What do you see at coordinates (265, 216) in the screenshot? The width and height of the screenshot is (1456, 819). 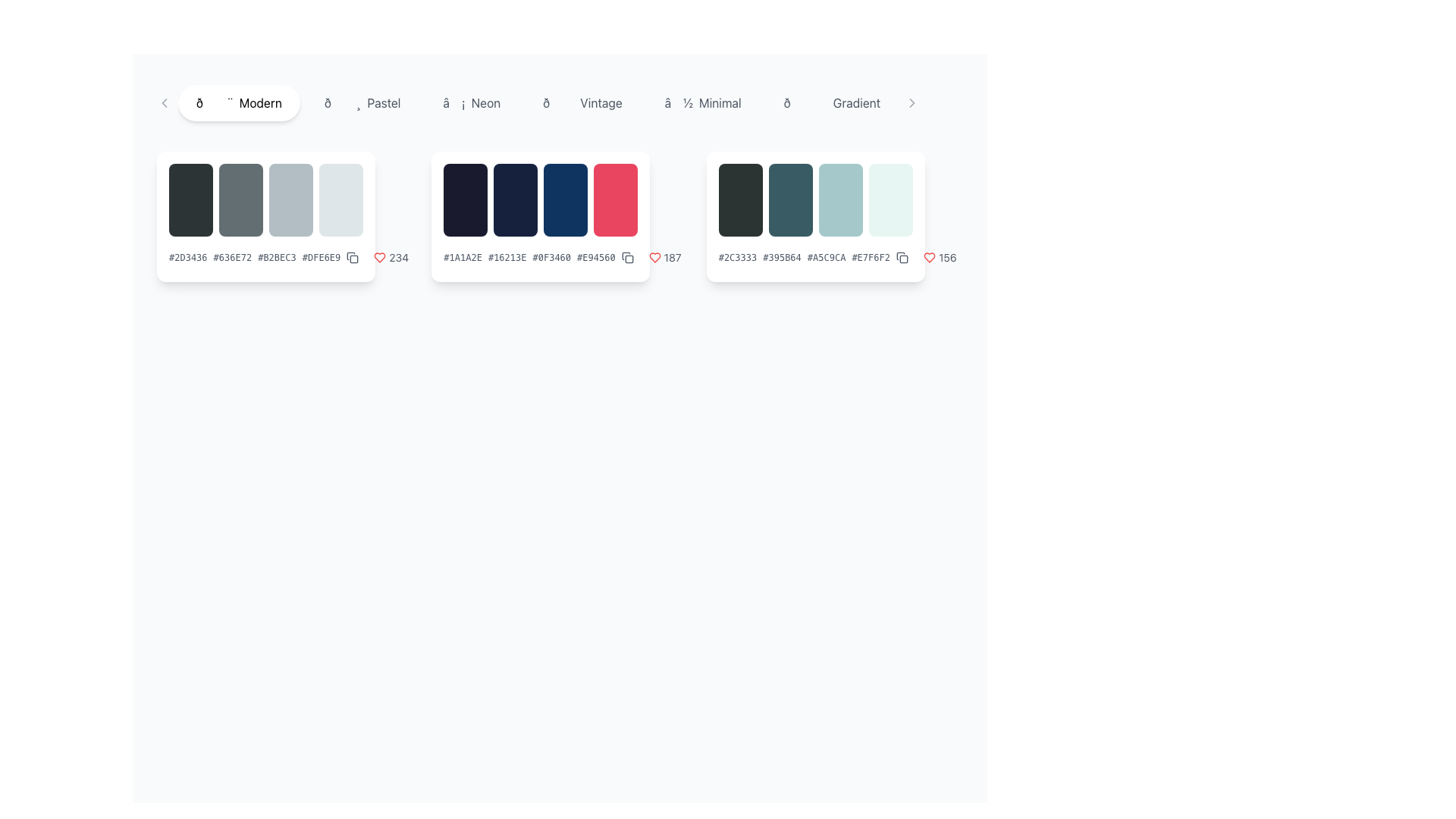 I see `the color palette selector blocks to get details about the colors, which are represented by four distinct gradient blocks located in the top-left section of the main interface` at bounding box center [265, 216].